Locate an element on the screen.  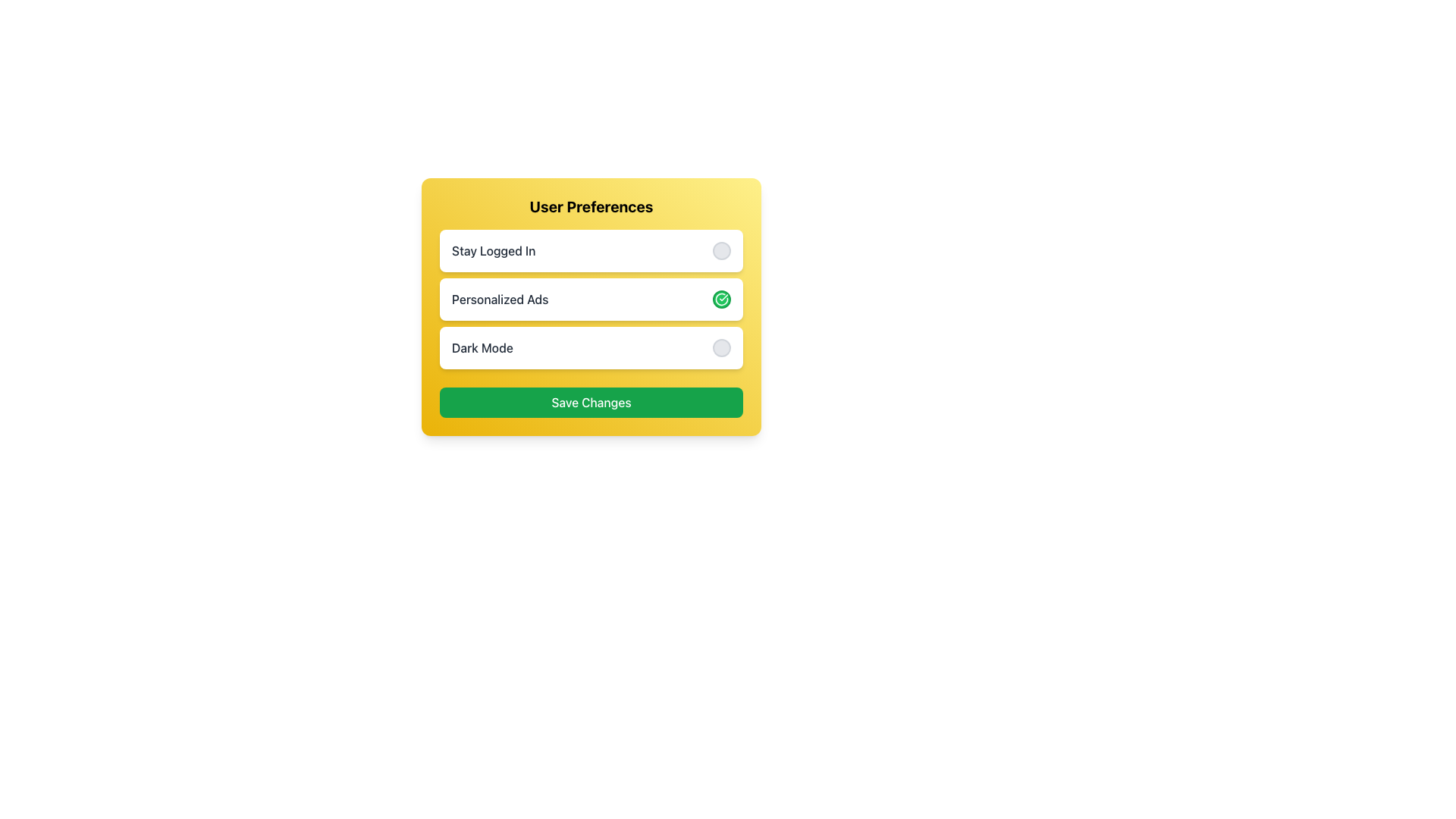
the circular green toggle button with a checkmark icon located to the right of the 'Personalized Ads' label is located at coordinates (720, 299).